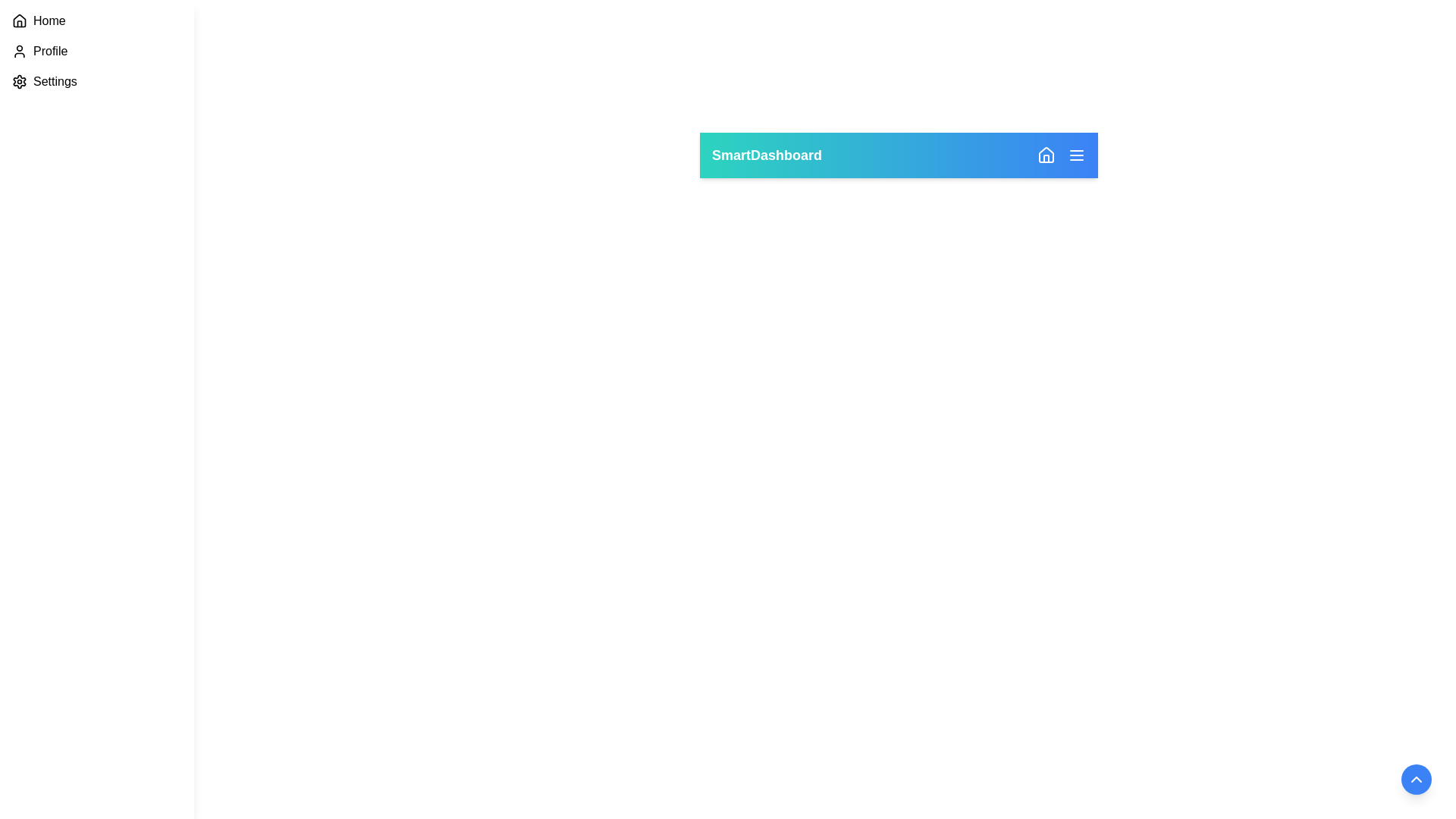 The image size is (1456, 819). Describe the element at coordinates (19, 51) in the screenshot. I see `the 'Profile' SVG icon located to the left of the text 'Profile' in the sidebar menu` at that location.